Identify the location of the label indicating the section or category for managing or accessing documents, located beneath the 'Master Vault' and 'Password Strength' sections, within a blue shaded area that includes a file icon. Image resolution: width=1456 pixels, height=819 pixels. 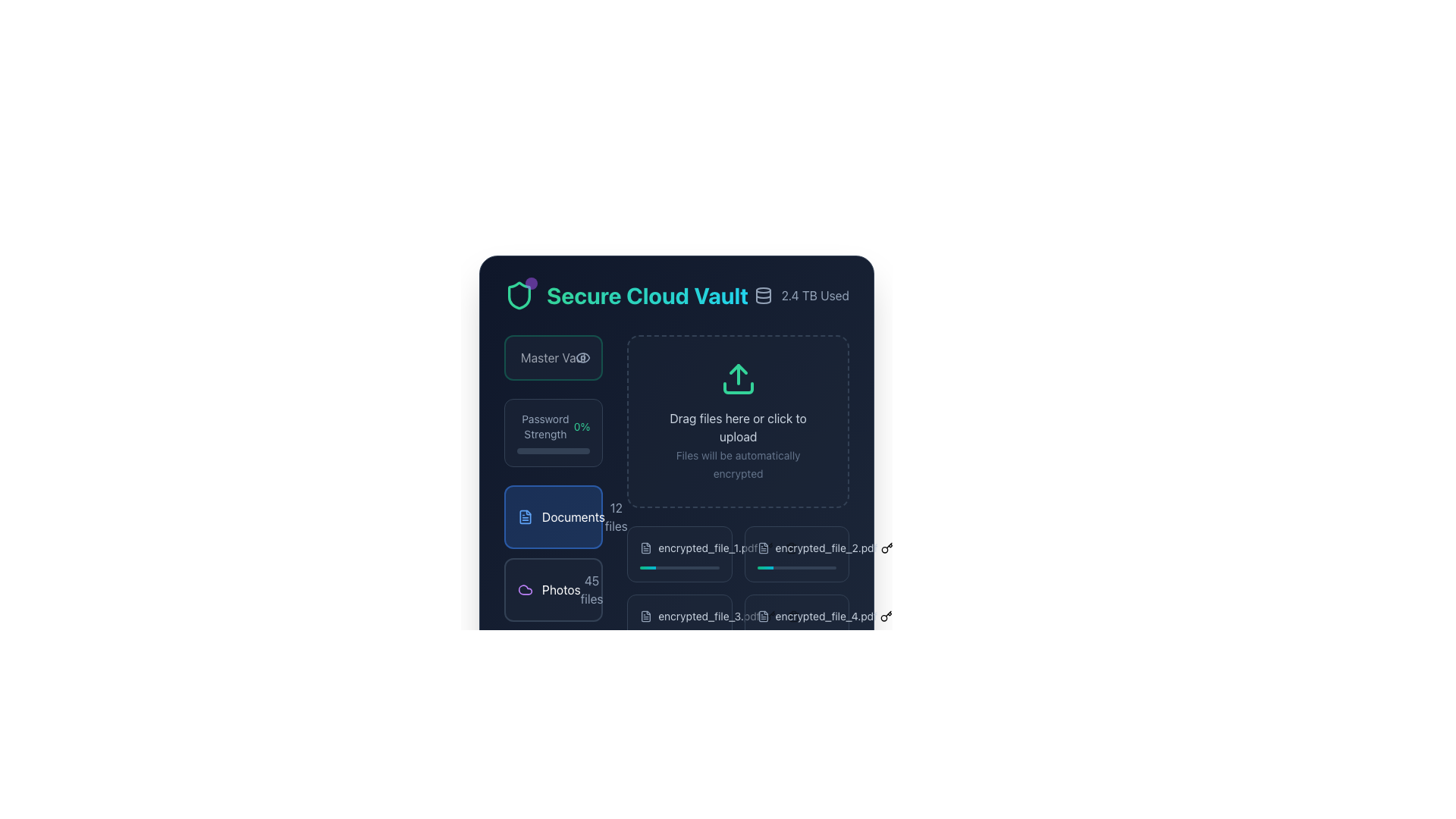
(573, 516).